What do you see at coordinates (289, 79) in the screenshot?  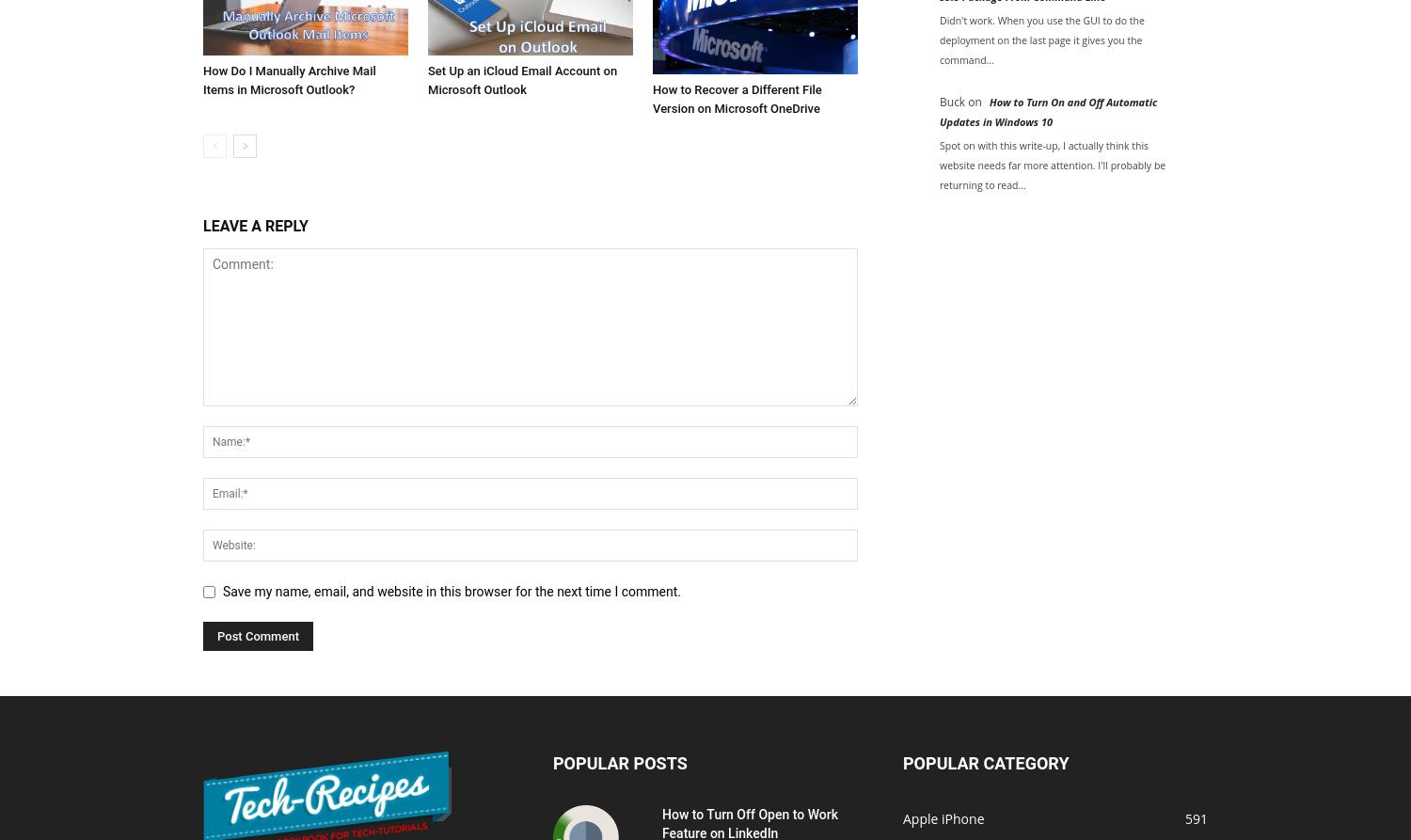 I see `'How Do I Manually Archive Mail Items in Microsoft Outlook?'` at bounding box center [289, 79].